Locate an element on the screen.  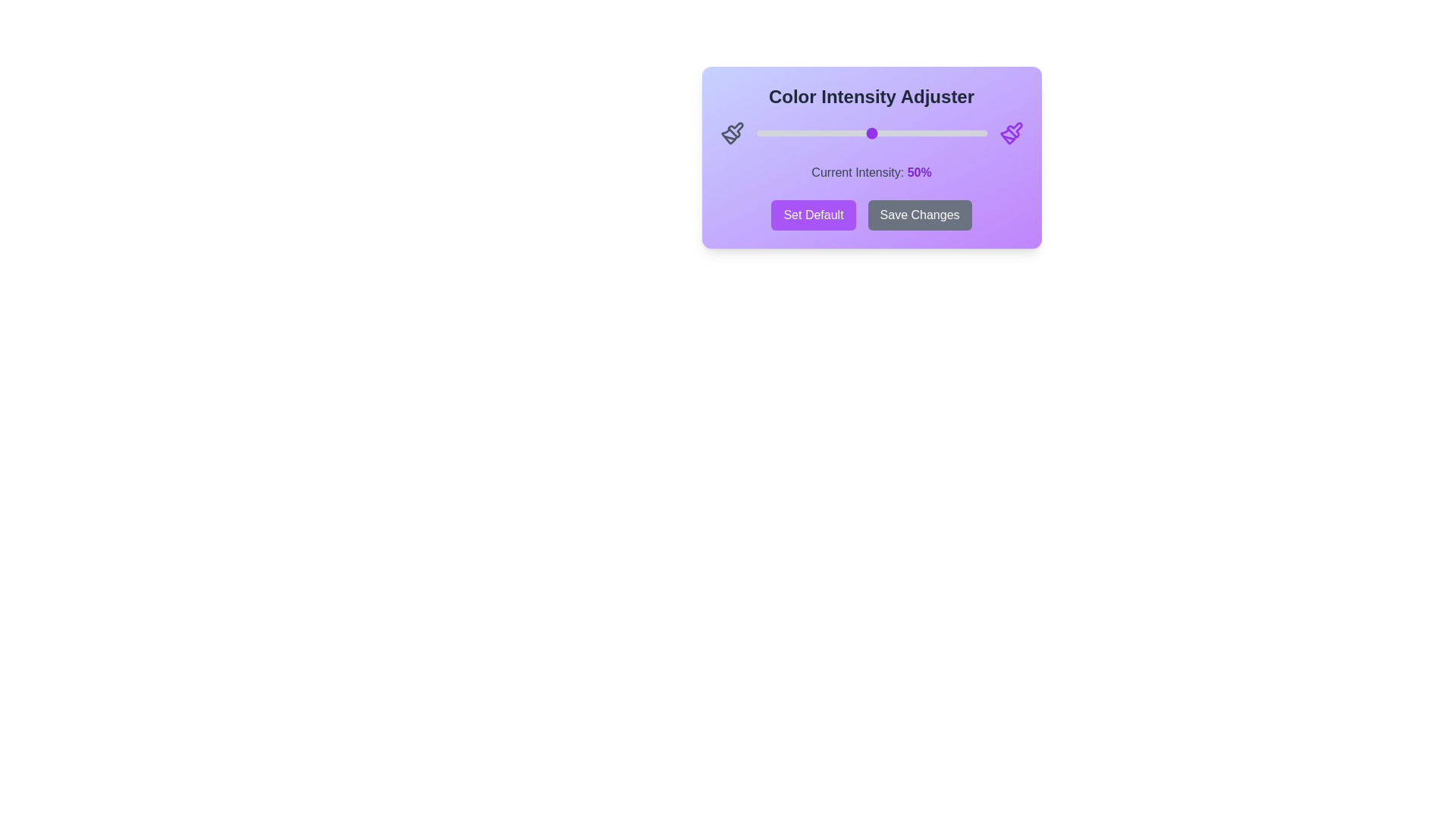
the 'Set Default' button to reset the intensity is located at coordinates (813, 215).